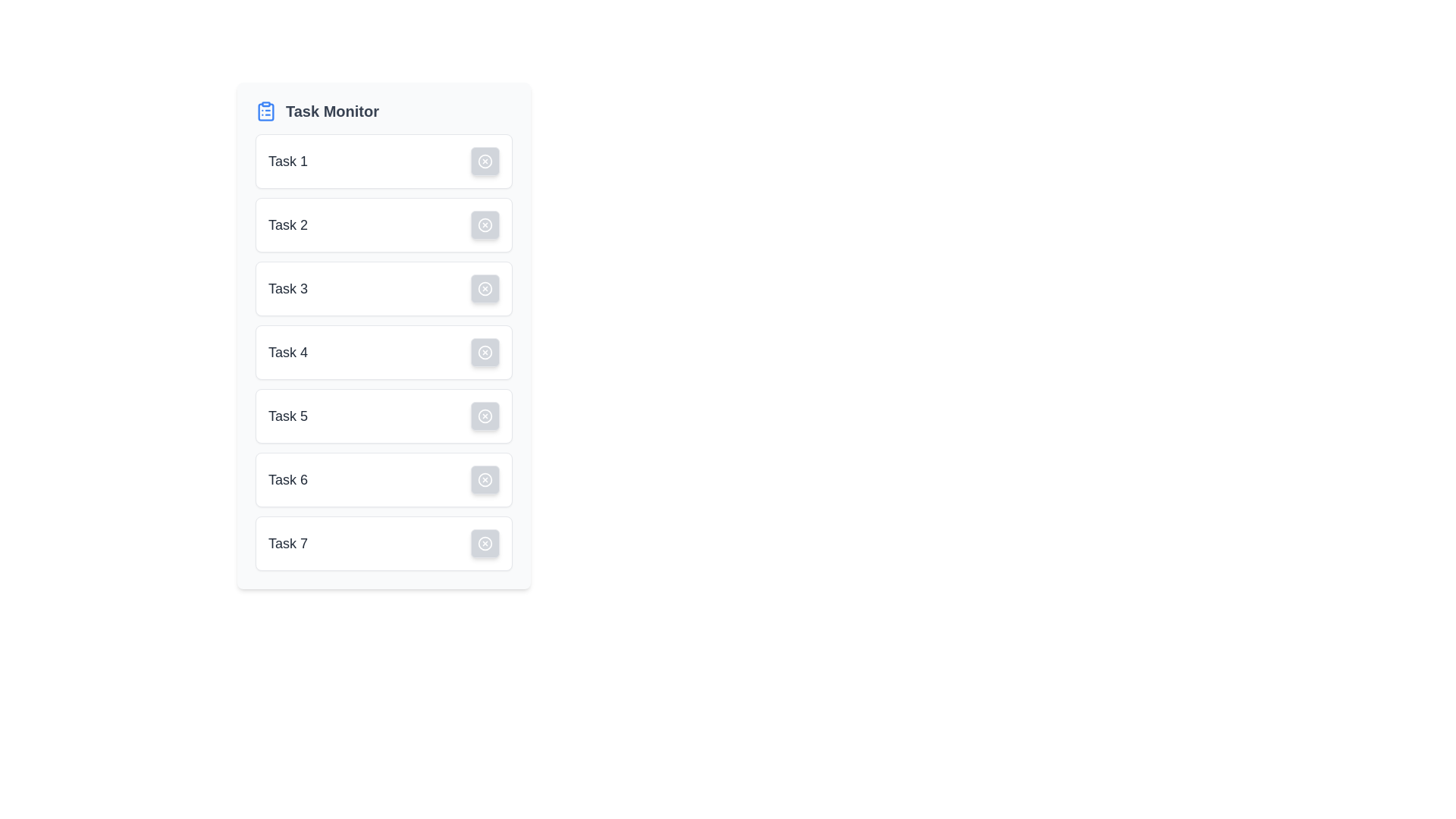 This screenshot has height=819, width=1456. Describe the element at coordinates (484, 289) in the screenshot. I see `the dismiss or cancel button for 'Task 3' to observe potential hover effects` at that location.